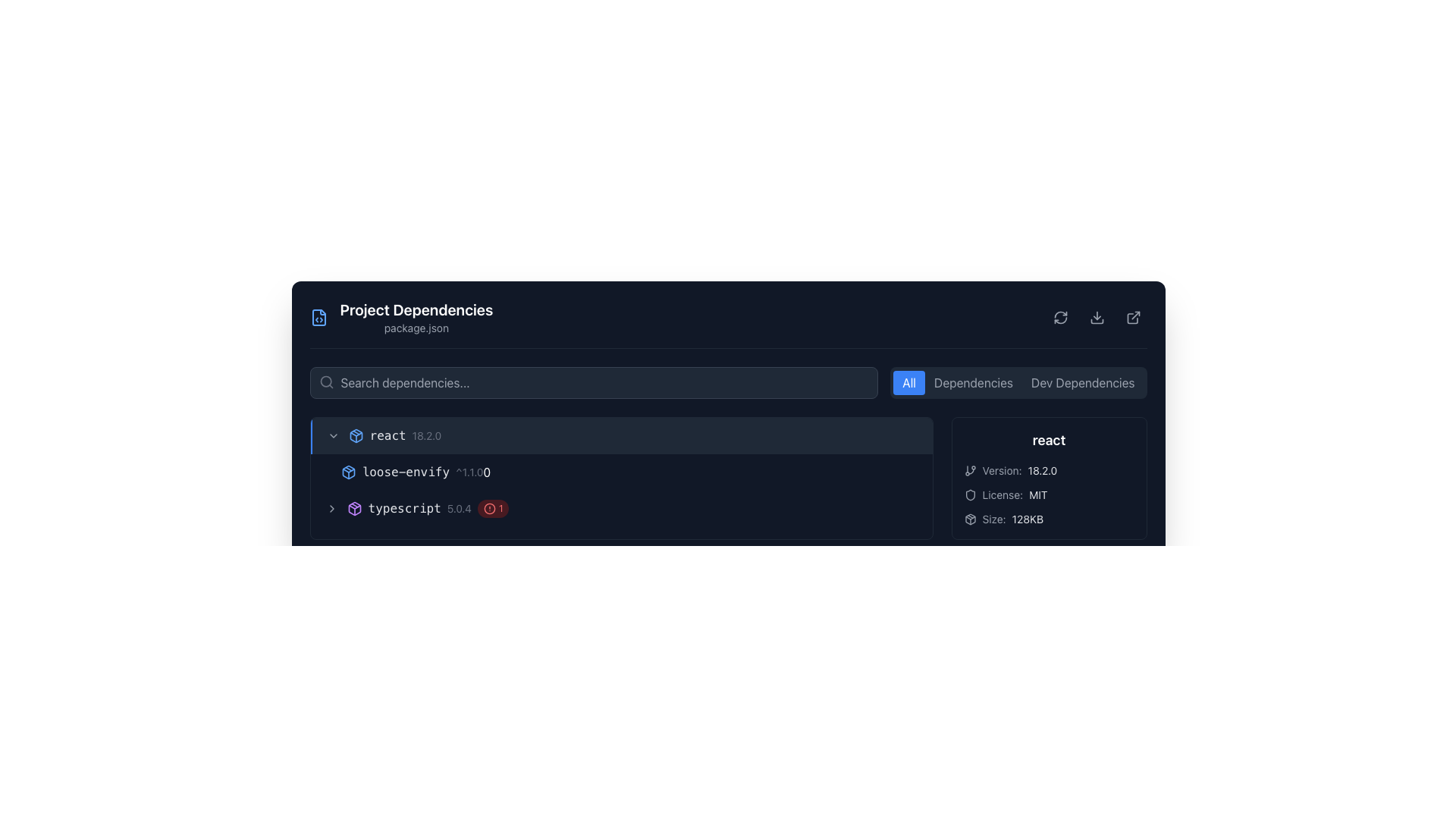  What do you see at coordinates (1048, 479) in the screenshot?
I see `the informational card or panel that provides details about the 'react' dependency in the project to associate the details with it` at bounding box center [1048, 479].